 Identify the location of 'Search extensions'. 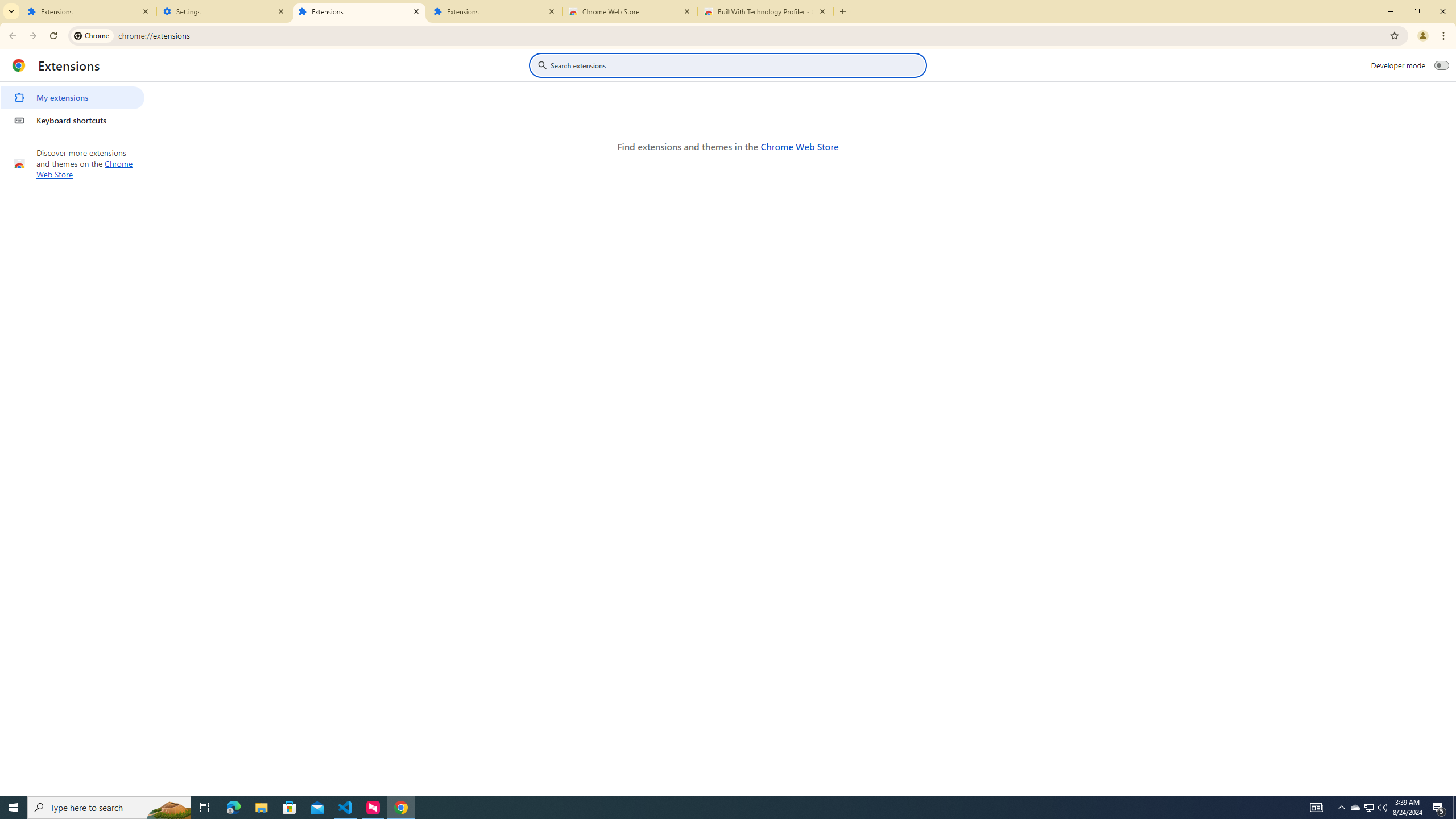
(735, 65).